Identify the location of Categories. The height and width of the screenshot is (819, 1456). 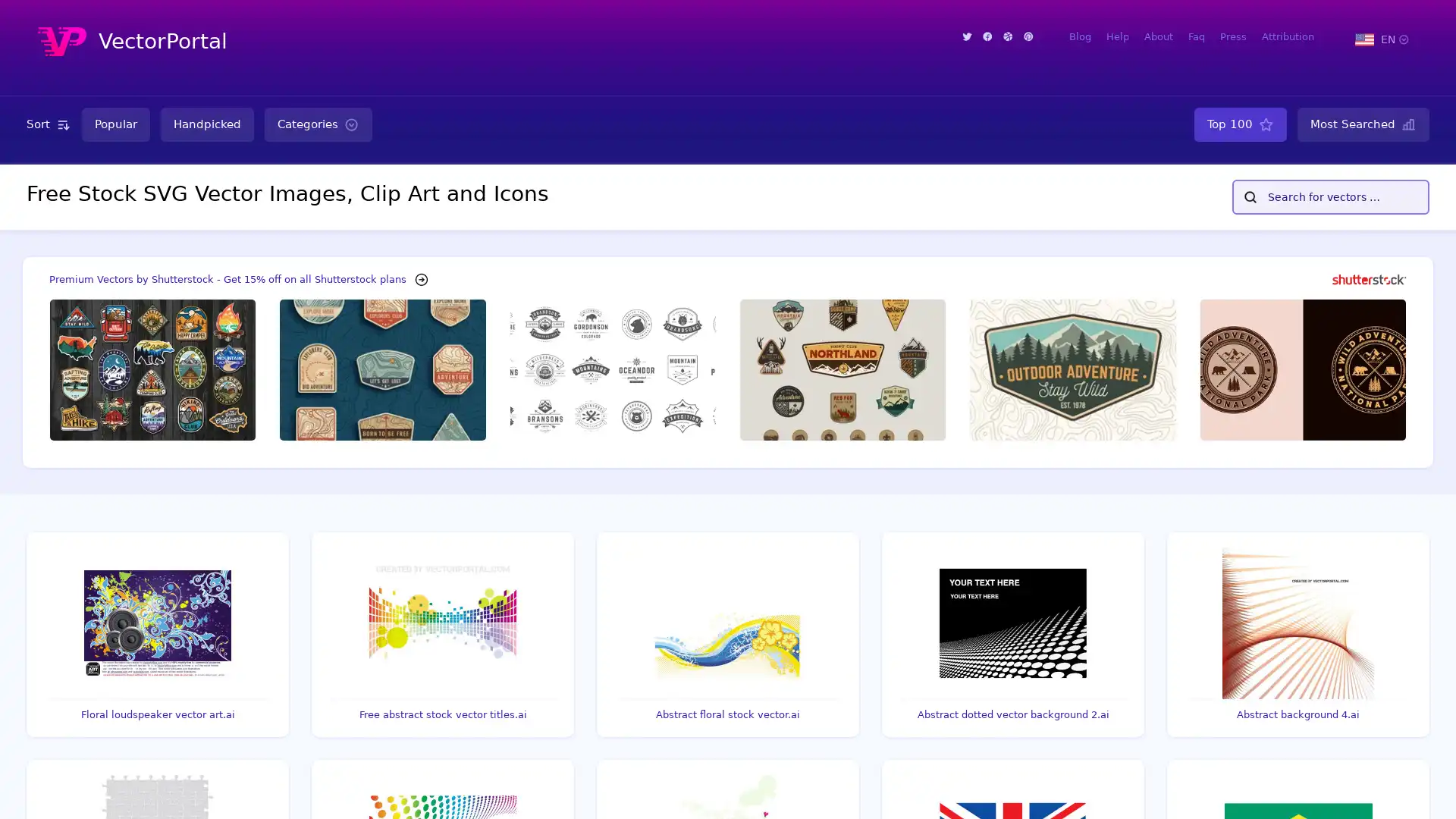
(318, 124).